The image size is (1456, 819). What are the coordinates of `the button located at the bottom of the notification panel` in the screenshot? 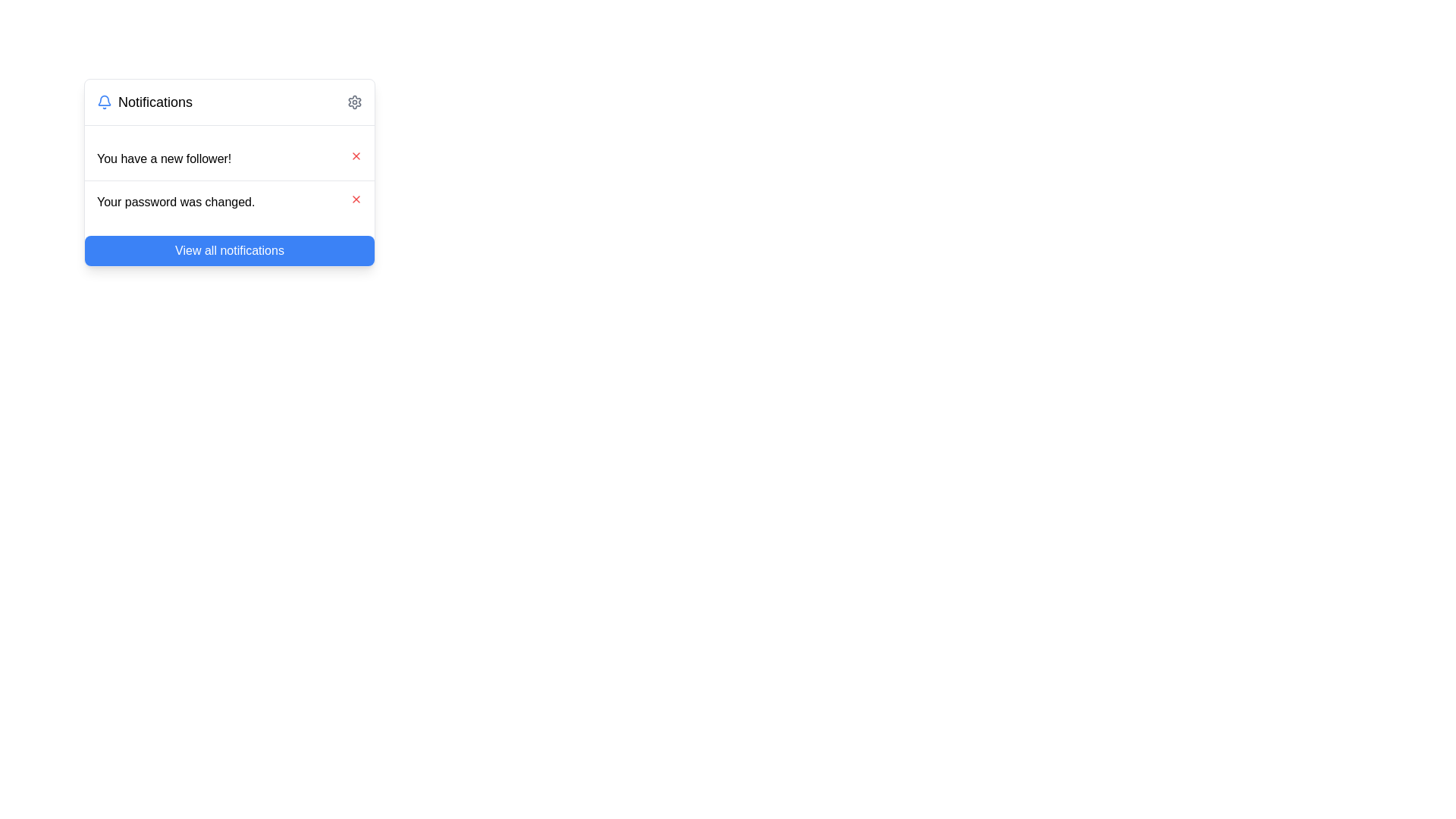 It's located at (228, 250).